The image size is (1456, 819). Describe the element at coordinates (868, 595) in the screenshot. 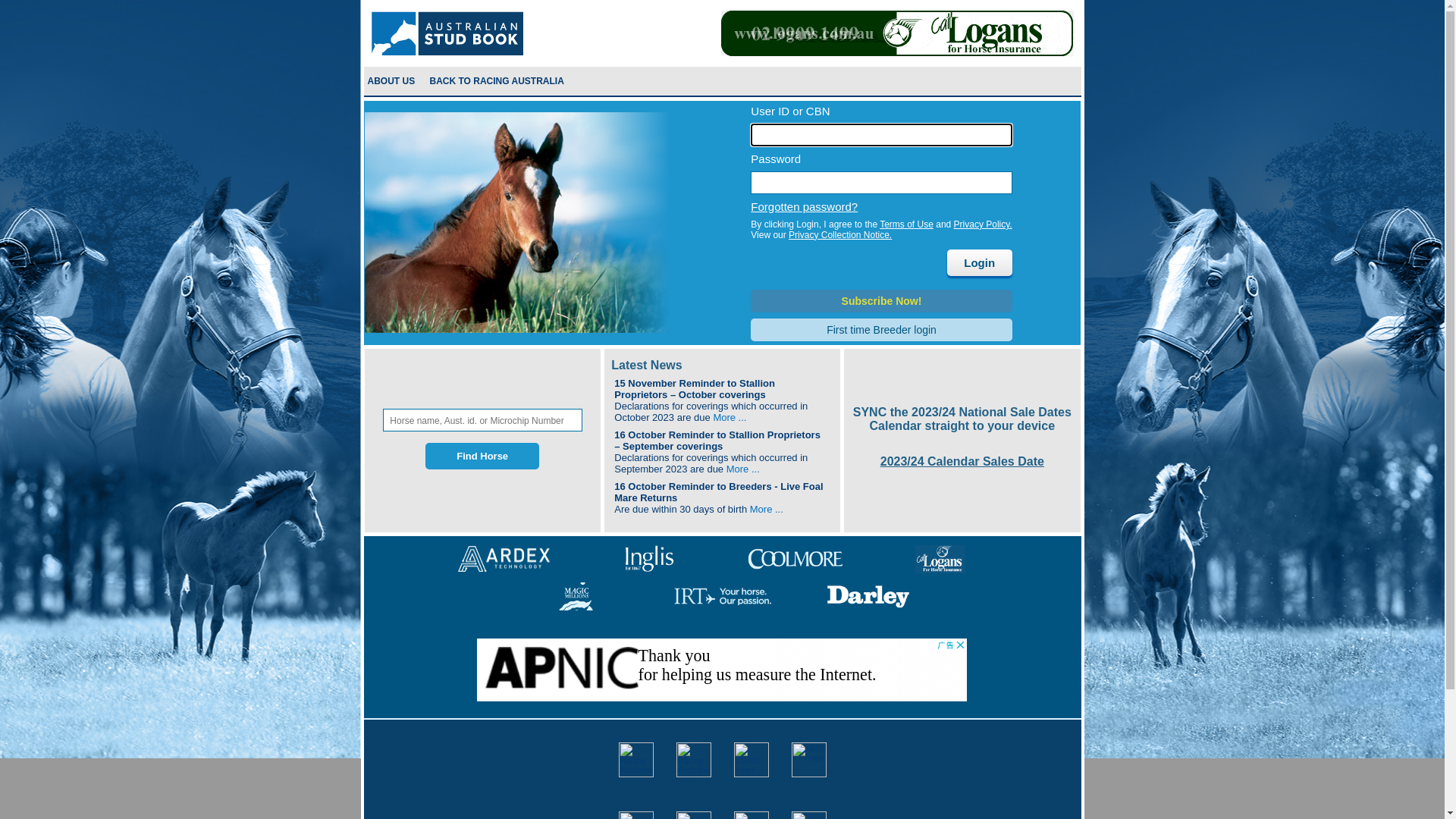

I see `'Darley'` at that location.